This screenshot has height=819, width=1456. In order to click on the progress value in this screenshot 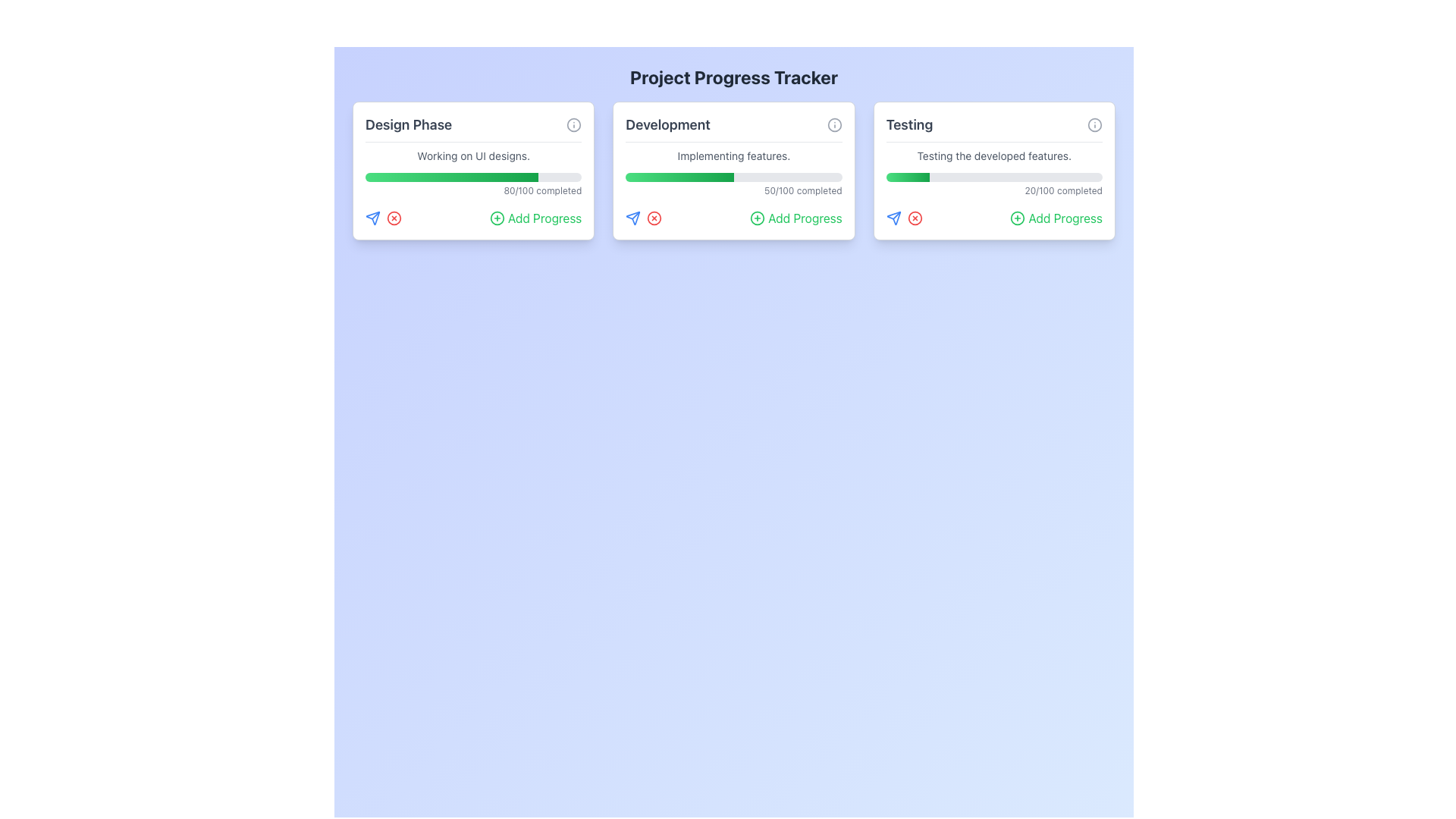, I will do `click(921, 177)`.